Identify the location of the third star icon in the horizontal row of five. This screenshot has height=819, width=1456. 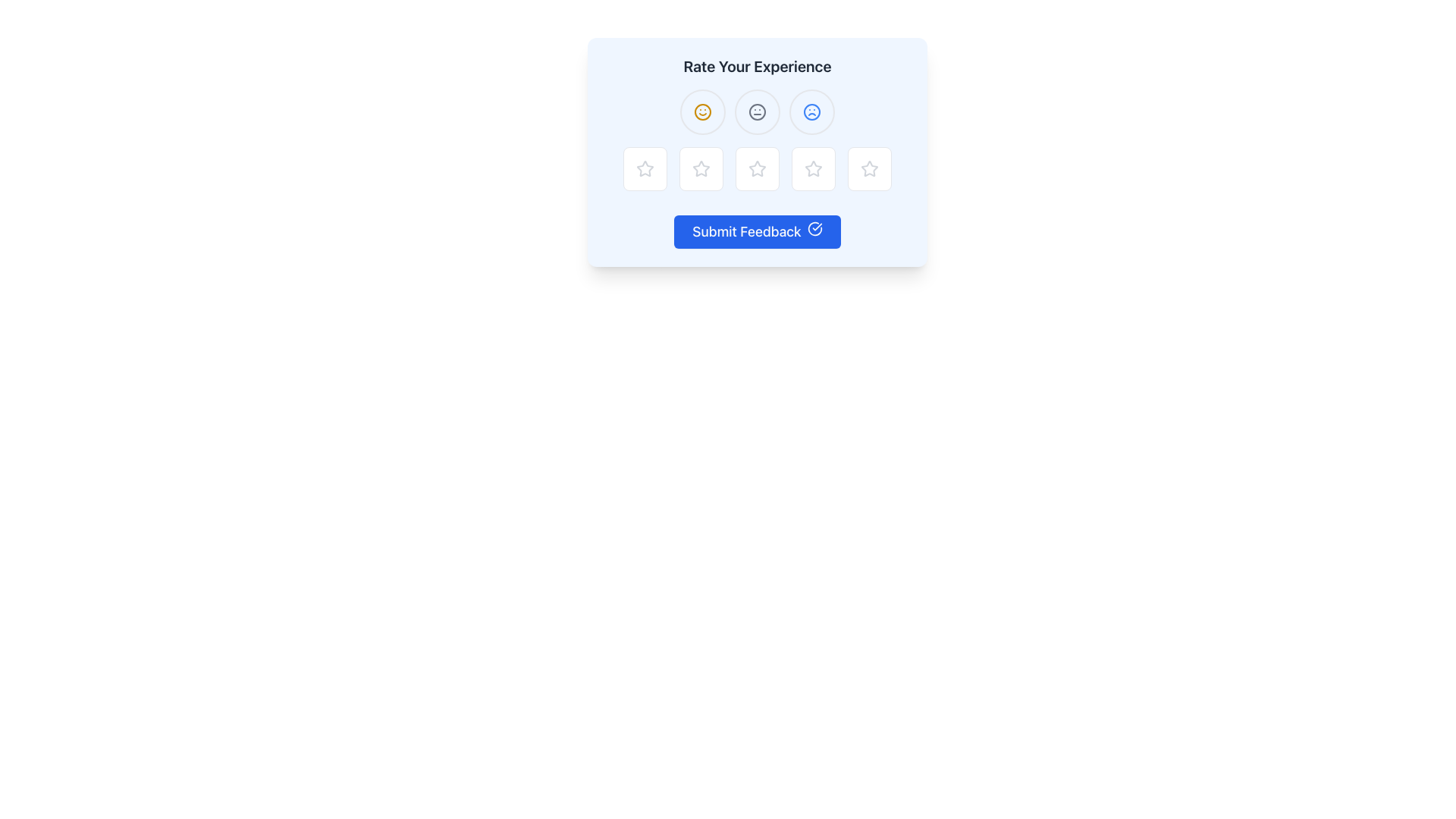
(757, 169).